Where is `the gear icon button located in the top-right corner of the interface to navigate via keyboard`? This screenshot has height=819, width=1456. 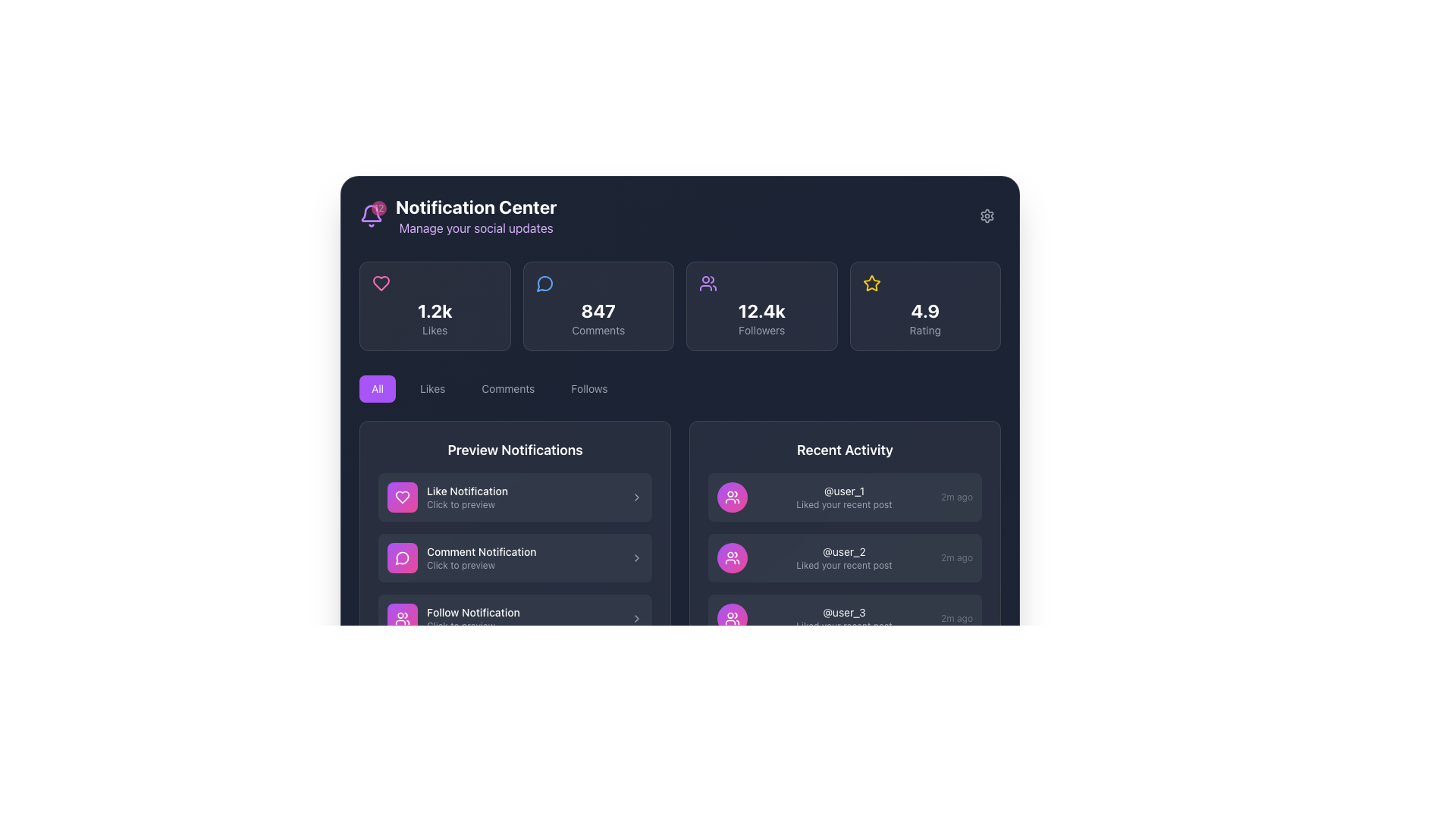
the gear icon button located in the top-right corner of the interface to navigate via keyboard is located at coordinates (987, 216).